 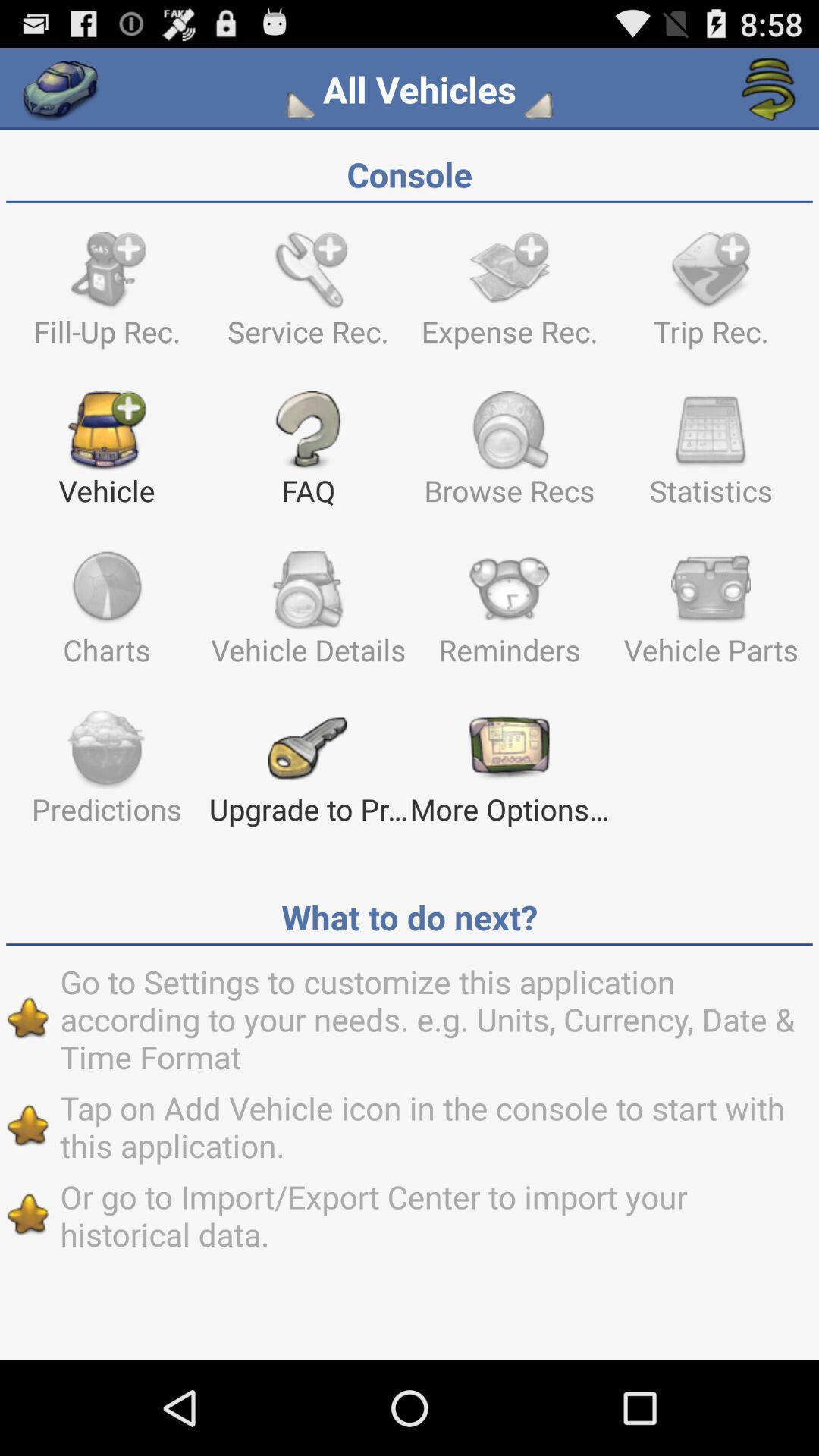 What do you see at coordinates (106, 297) in the screenshot?
I see `item below console` at bounding box center [106, 297].